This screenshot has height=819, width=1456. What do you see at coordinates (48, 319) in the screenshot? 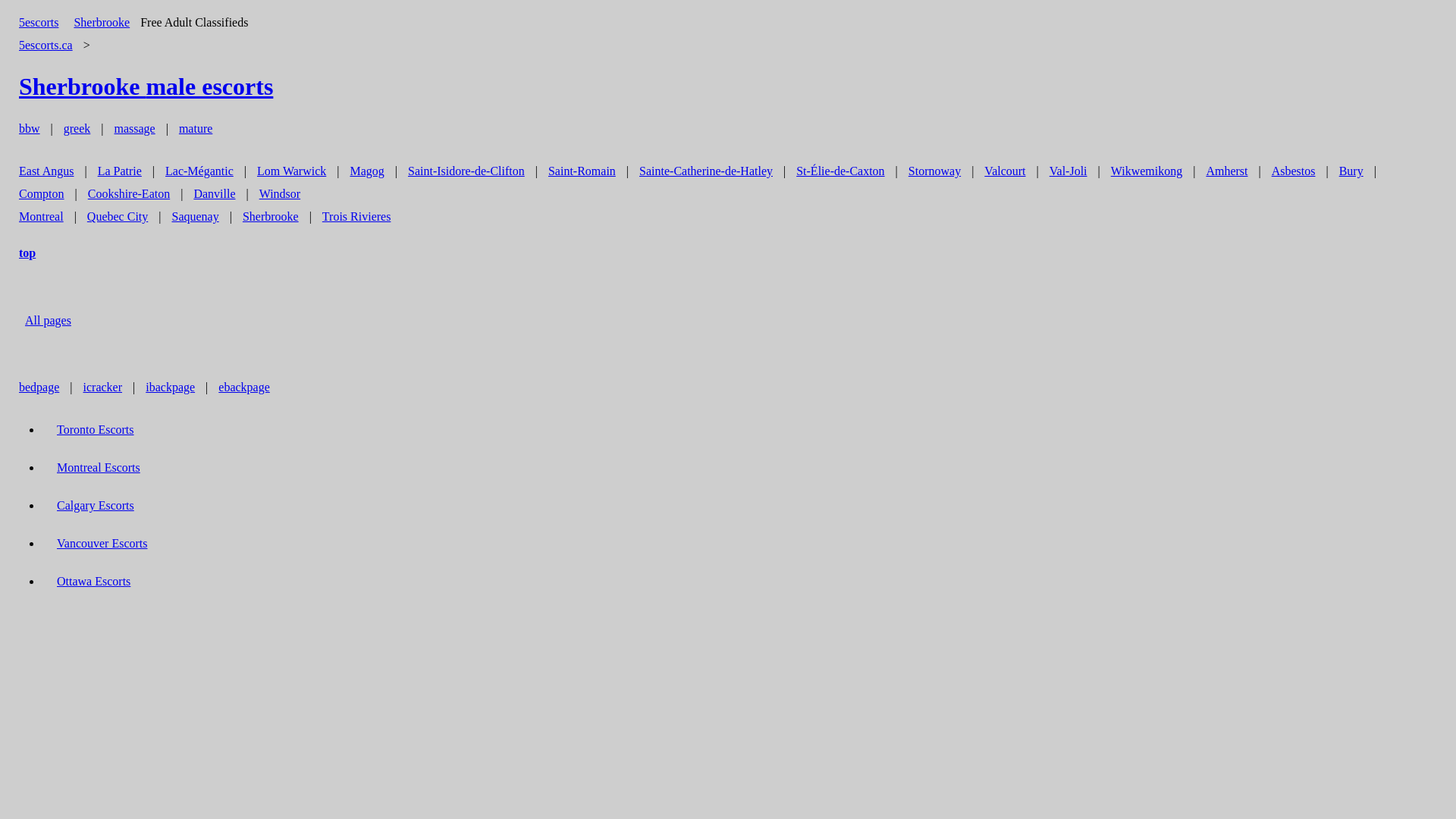
I see `'All pages'` at bounding box center [48, 319].